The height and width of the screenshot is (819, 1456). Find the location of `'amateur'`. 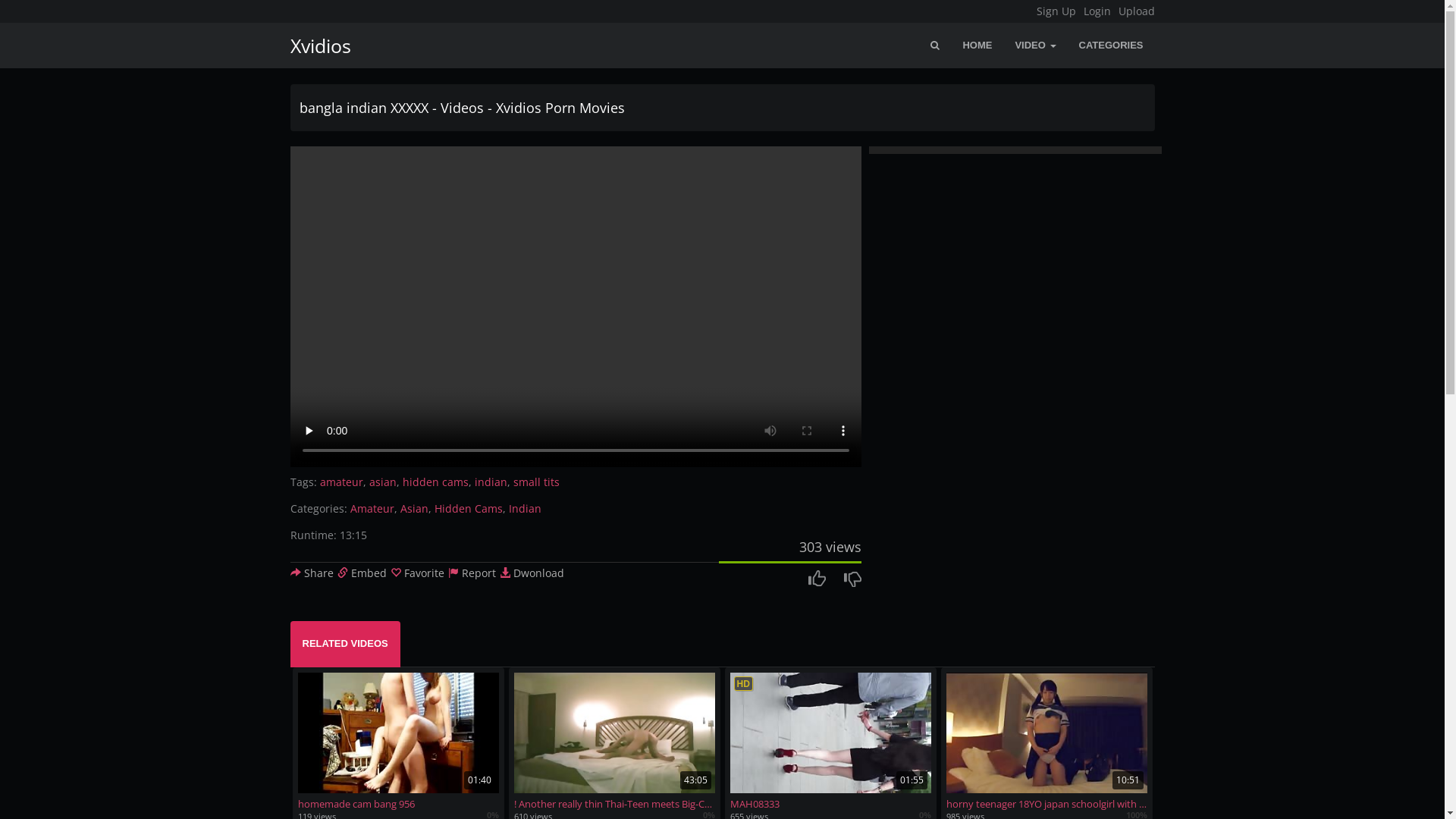

'amateur' is located at coordinates (340, 482).